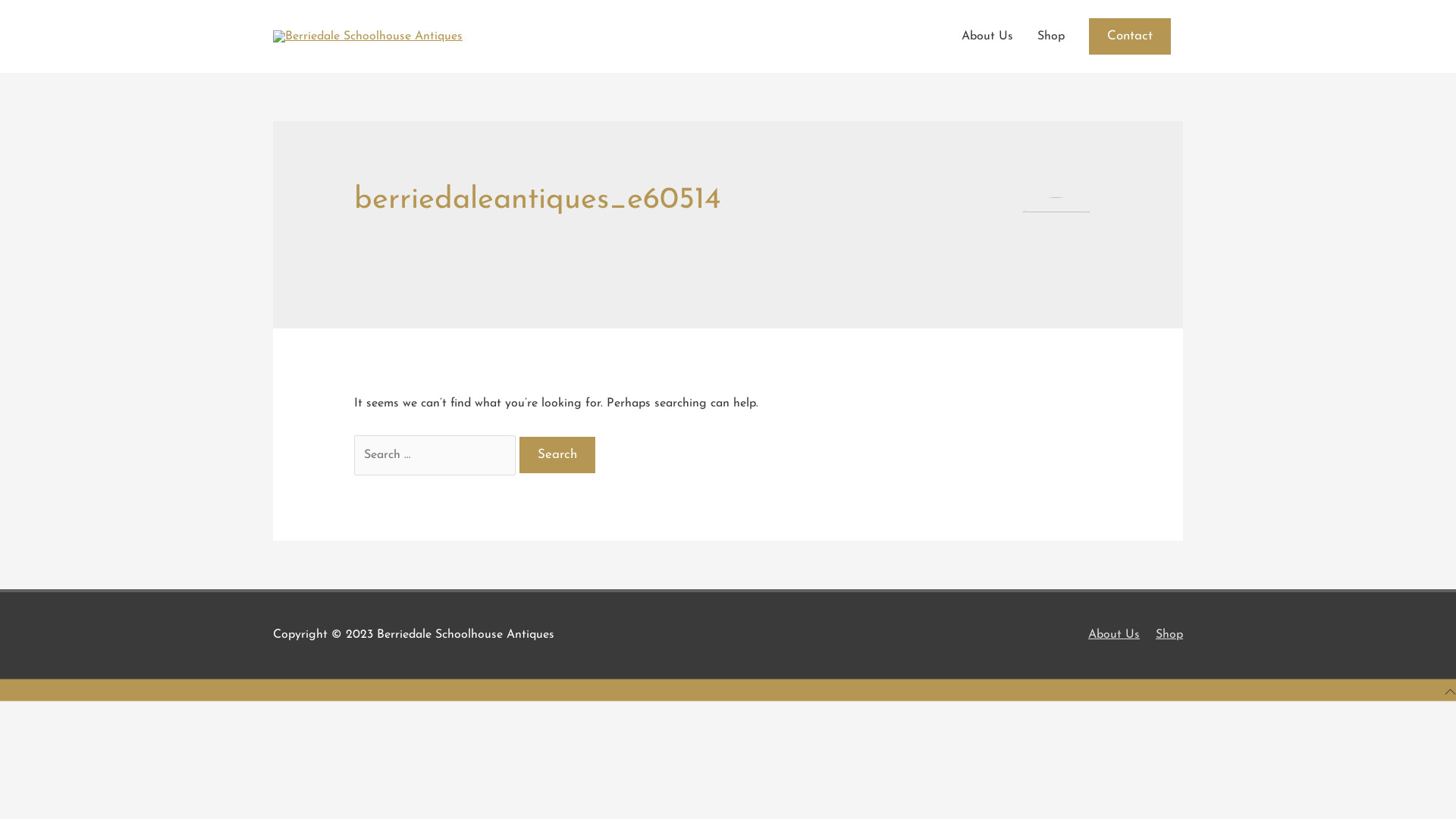  I want to click on 'Search', so click(556, 454).